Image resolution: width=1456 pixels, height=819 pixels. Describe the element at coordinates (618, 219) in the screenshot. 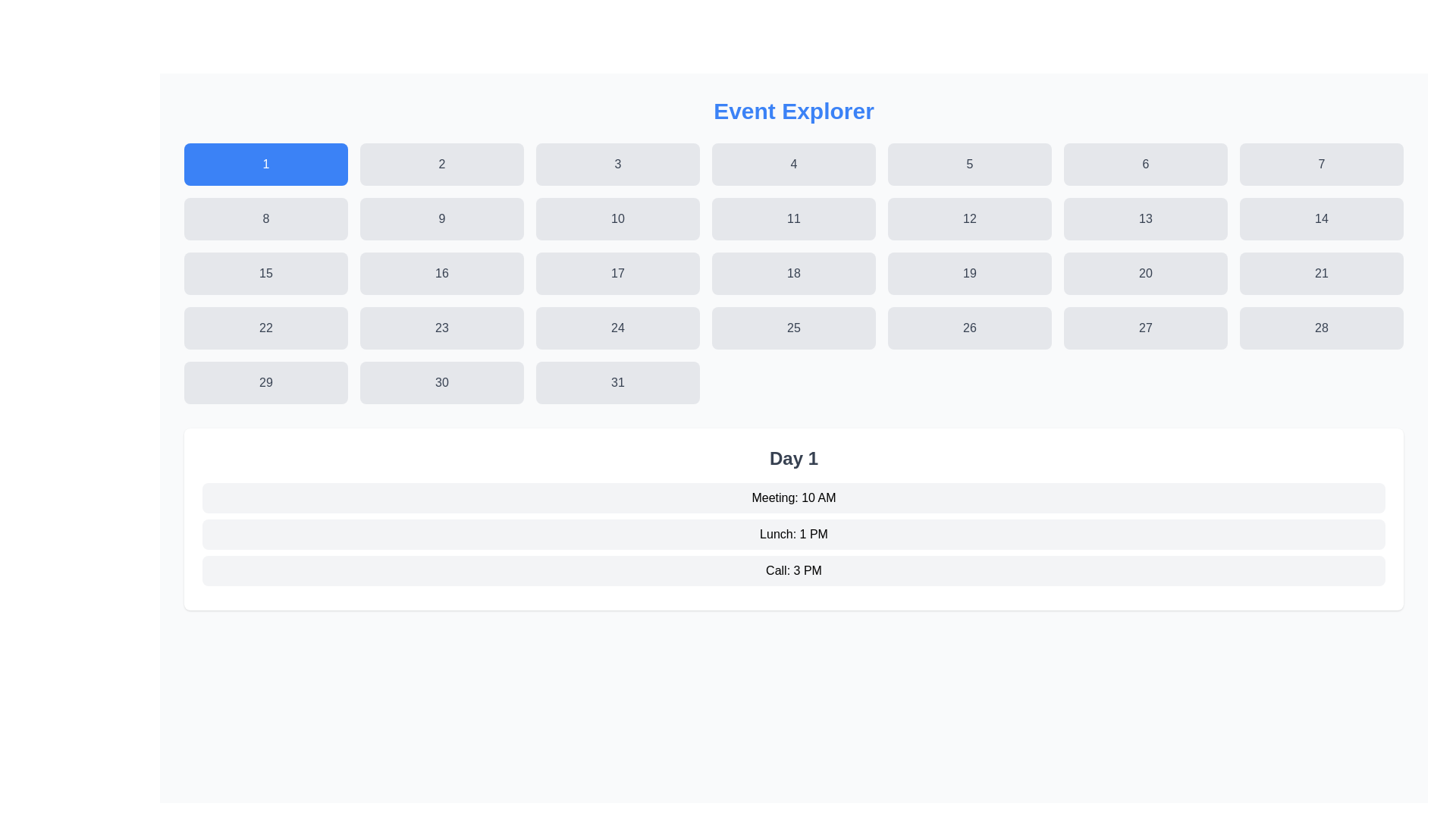

I see `the button labeled '10' which is the third button in the second row of the Event Explorer grid` at that location.